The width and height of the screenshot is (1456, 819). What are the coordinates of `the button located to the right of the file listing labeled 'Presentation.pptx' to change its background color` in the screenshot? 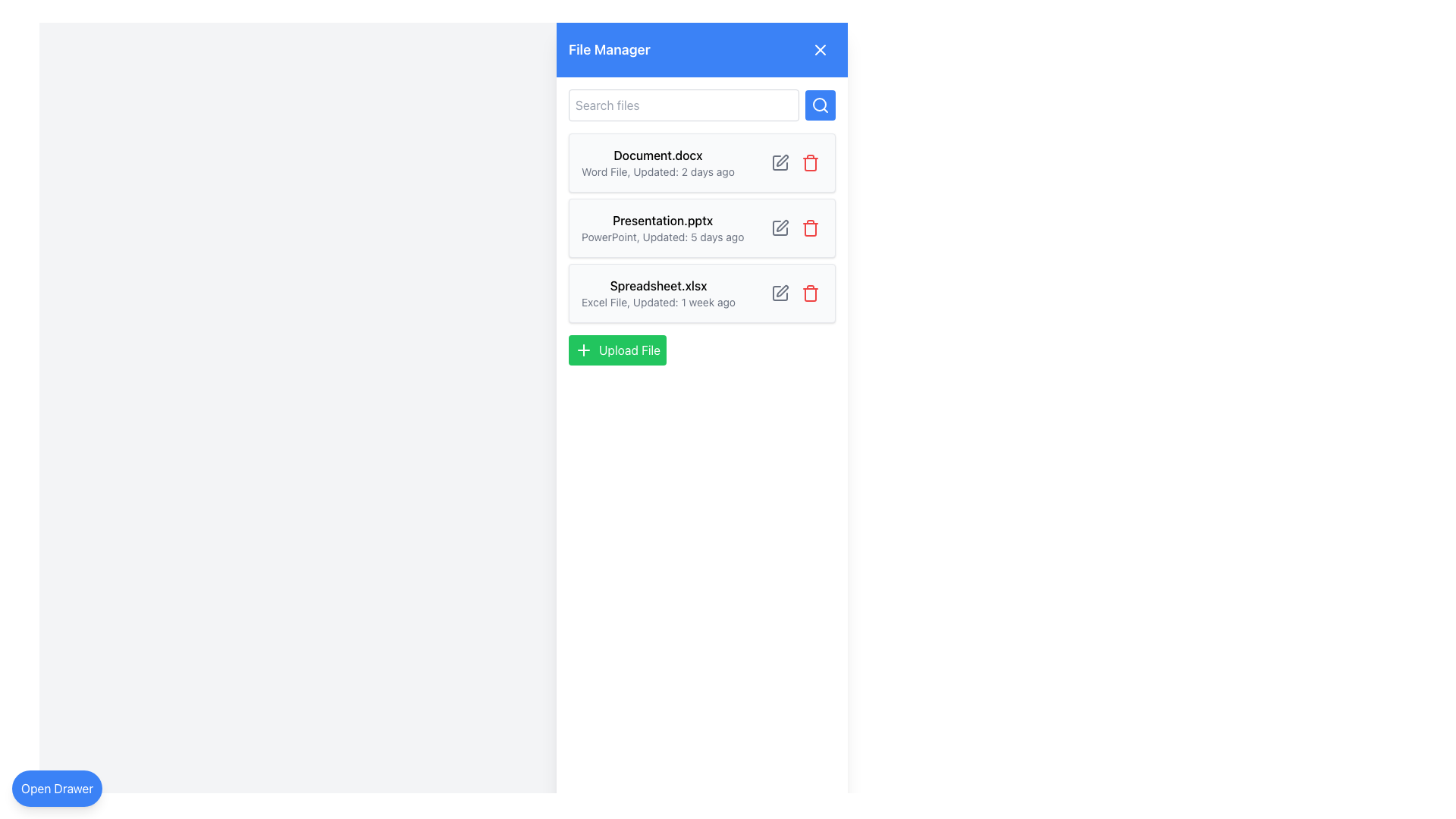 It's located at (780, 227).